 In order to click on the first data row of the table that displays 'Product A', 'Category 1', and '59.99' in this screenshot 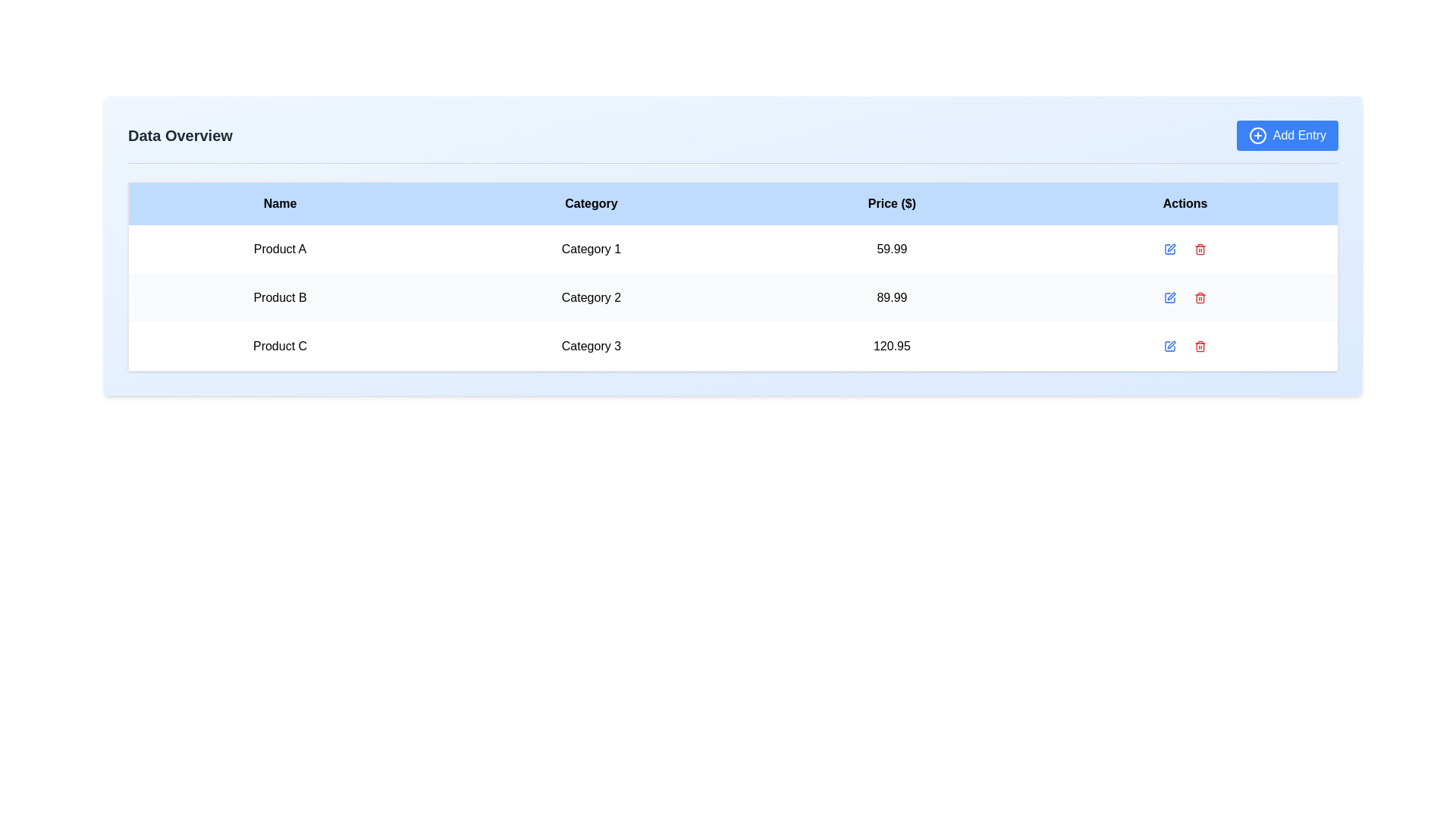, I will do `click(733, 248)`.